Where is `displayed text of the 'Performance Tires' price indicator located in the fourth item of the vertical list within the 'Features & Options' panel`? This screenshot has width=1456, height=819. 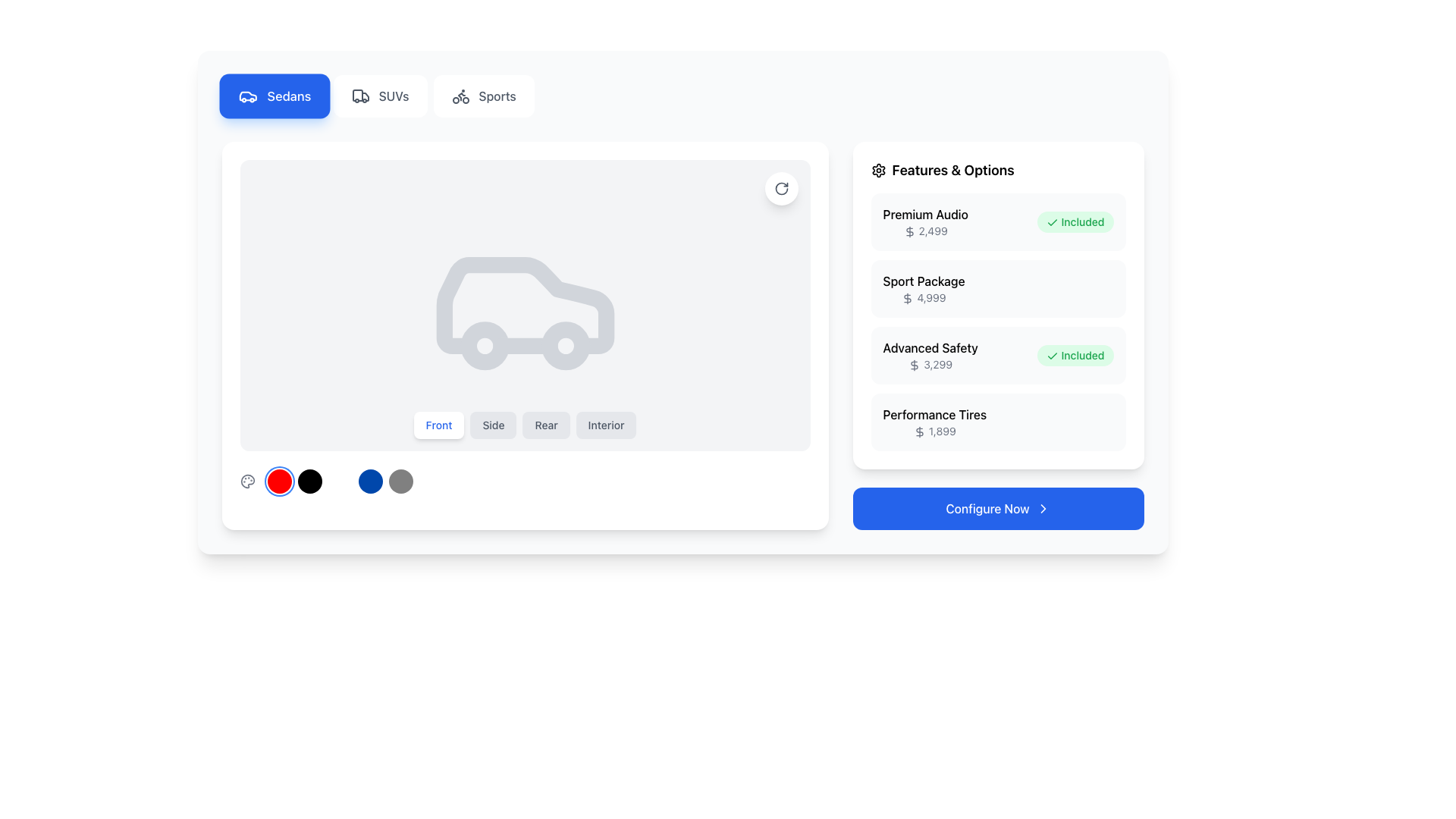
displayed text of the 'Performance Tires' price indicator located in the fourth item of the vertical list within the 'Features & Options' panel is located at coordinates (934, 422).